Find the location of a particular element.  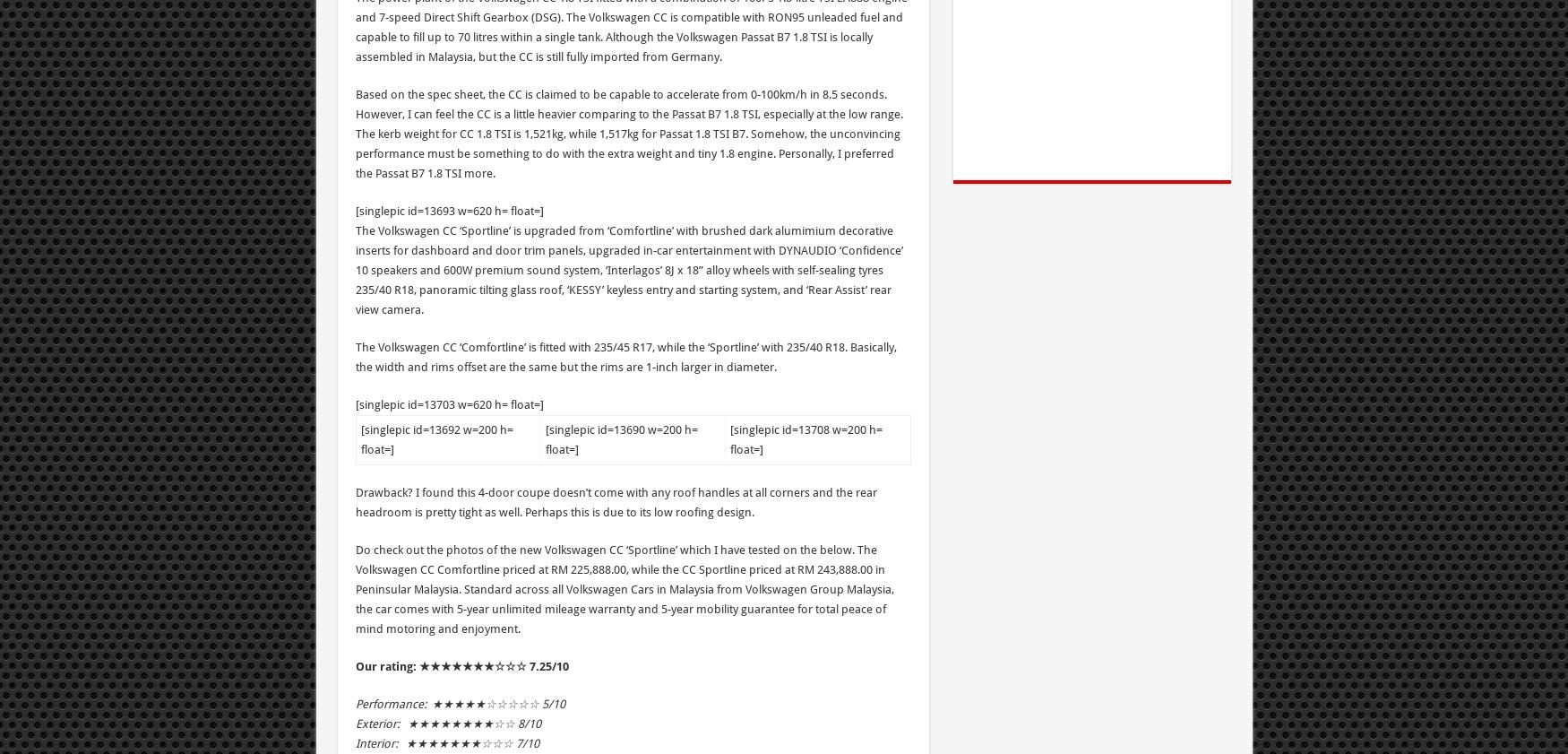

'Our rating:' is located at coordinates (385, 665).